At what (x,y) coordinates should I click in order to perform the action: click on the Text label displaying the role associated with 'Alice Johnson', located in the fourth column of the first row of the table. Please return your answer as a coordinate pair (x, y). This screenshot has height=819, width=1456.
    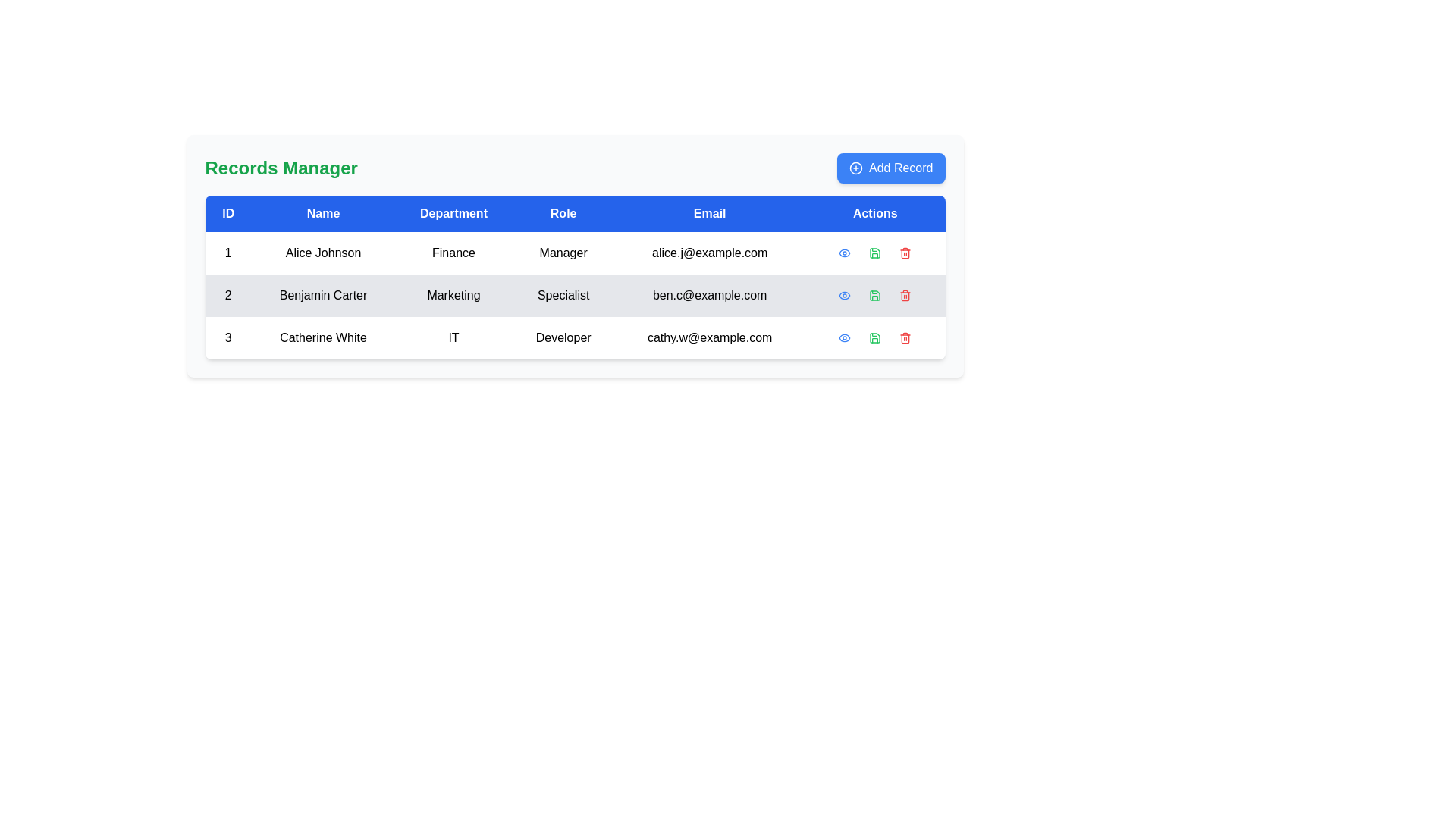
    Looking at the image, I should click on (563, 253).